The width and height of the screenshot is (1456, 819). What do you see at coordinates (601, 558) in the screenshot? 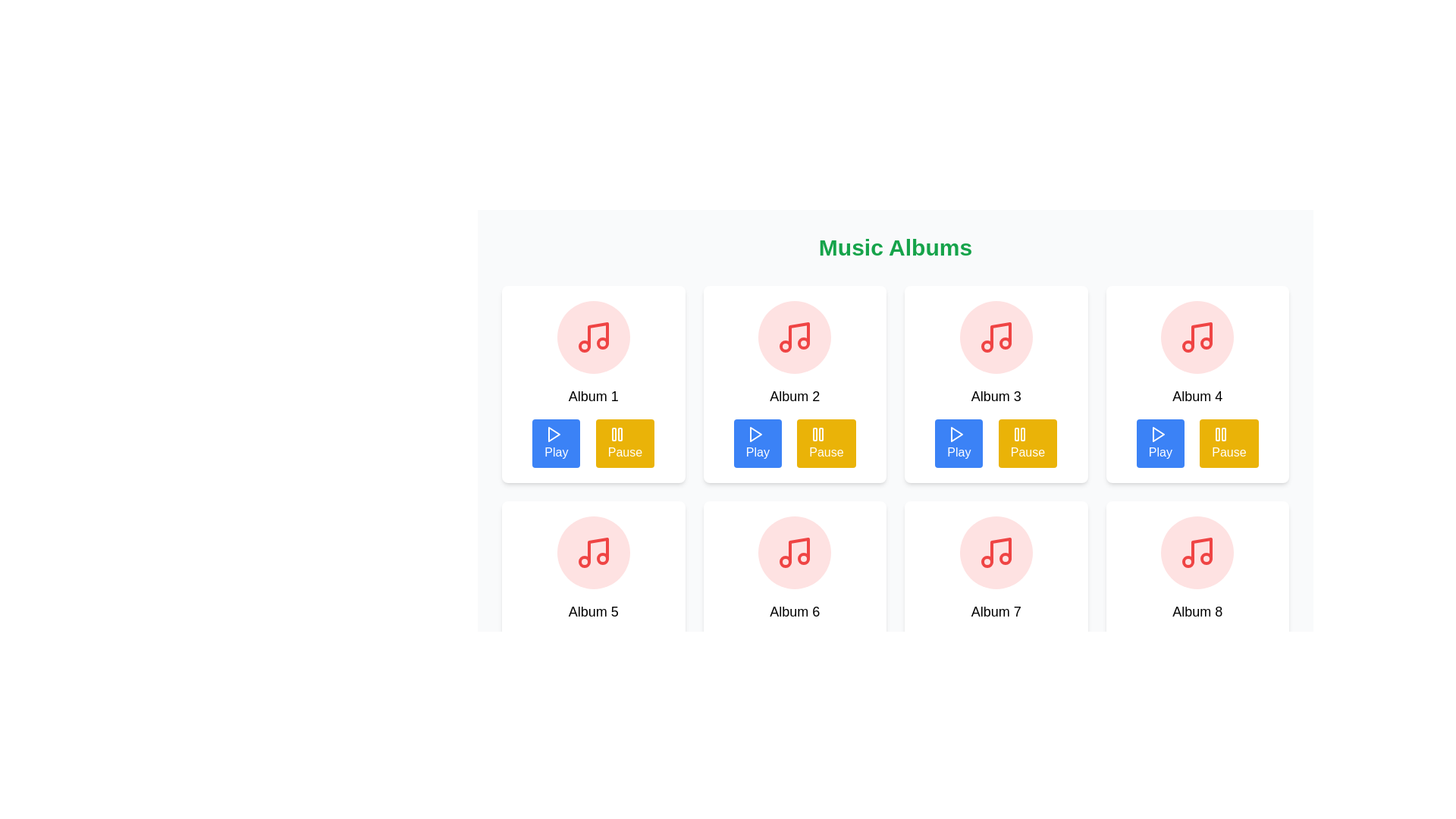
I see `the second circular component of the music note icon located in the fifth card of the 'Music Albums' grid layout` at bounding box center [601, 558].